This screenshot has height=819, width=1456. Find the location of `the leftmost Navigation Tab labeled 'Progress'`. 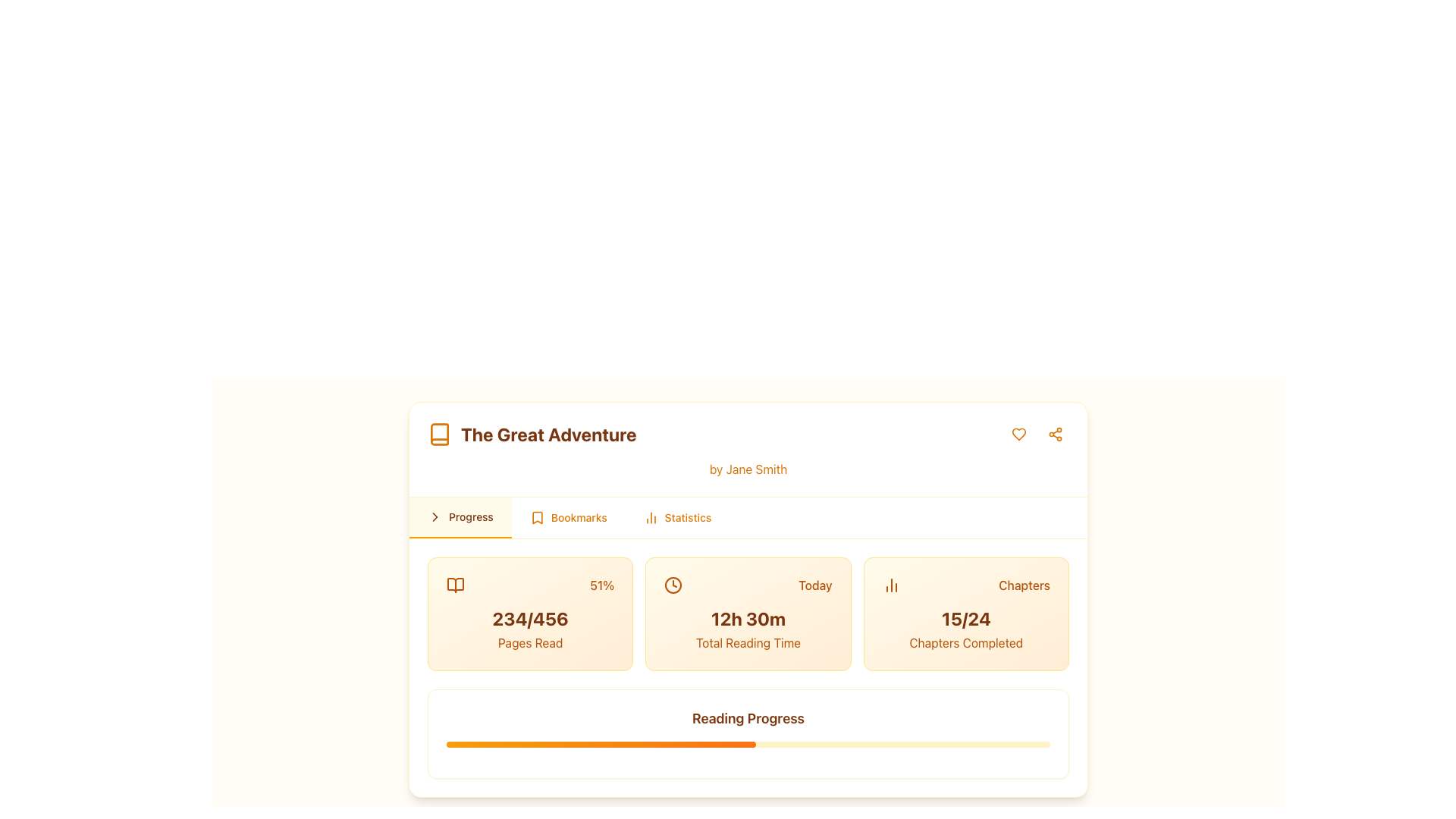

the leftmost Navigation Tab labeled 'Progress' is located at coordinates (460, 516).